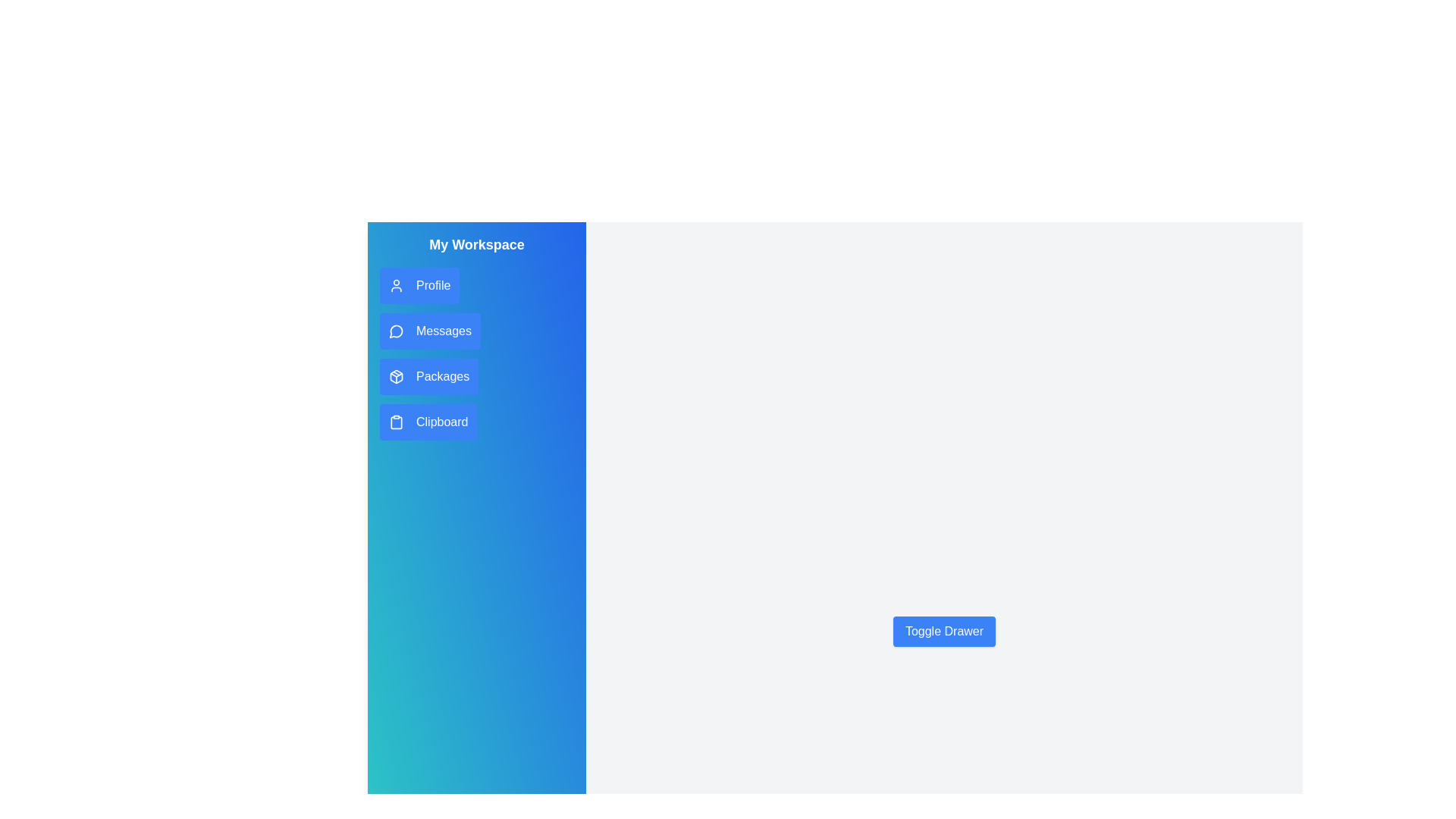 The height and width of the screenshot is (819, 1456). Describe the element at coordinates (943, 632) in the screenshot. I see `'Toggle Drawer' button to toggle the drawer visibility` at that location.